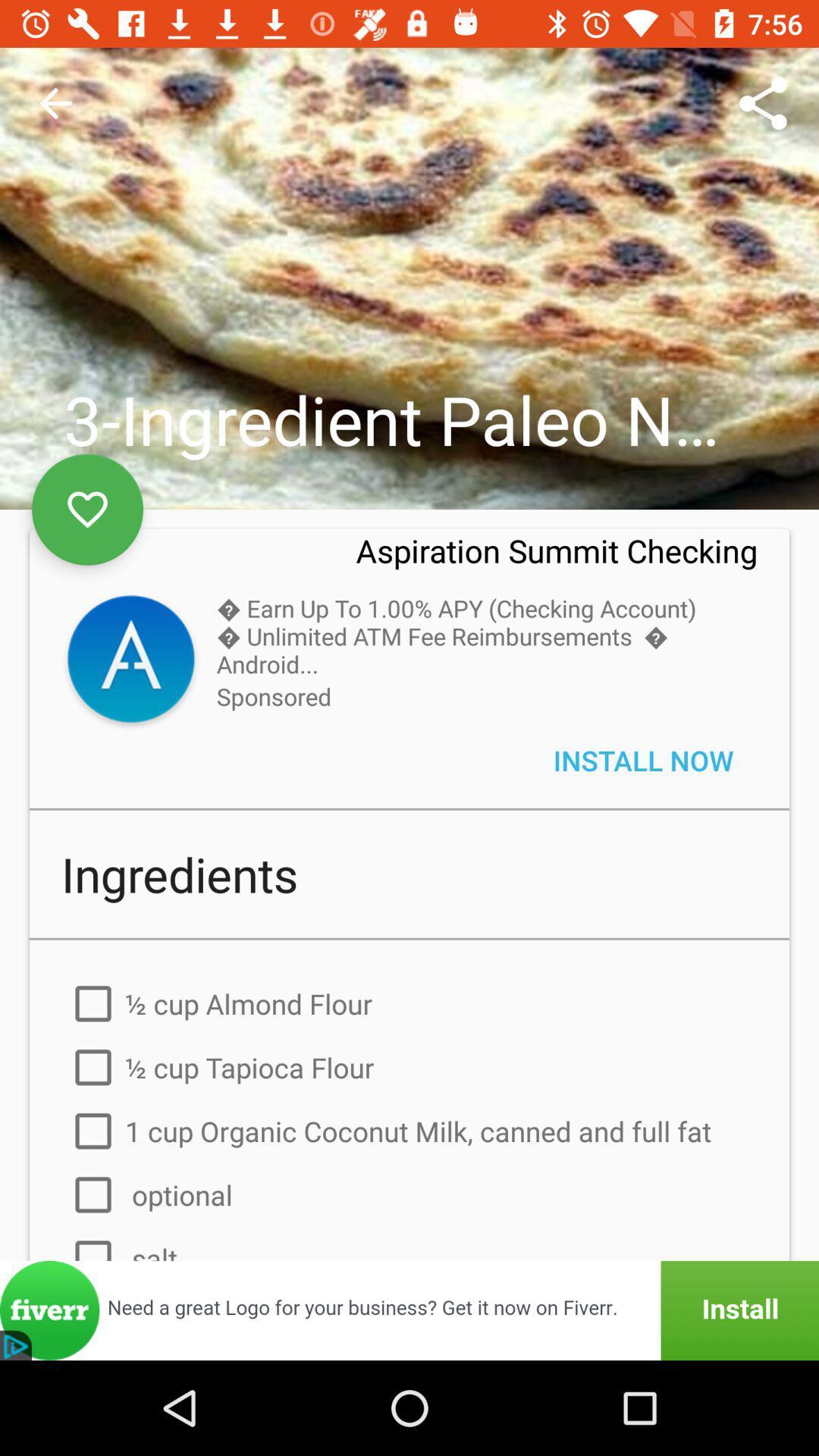  I want to click on advertisement install fiverr app, so click(409, 1310).